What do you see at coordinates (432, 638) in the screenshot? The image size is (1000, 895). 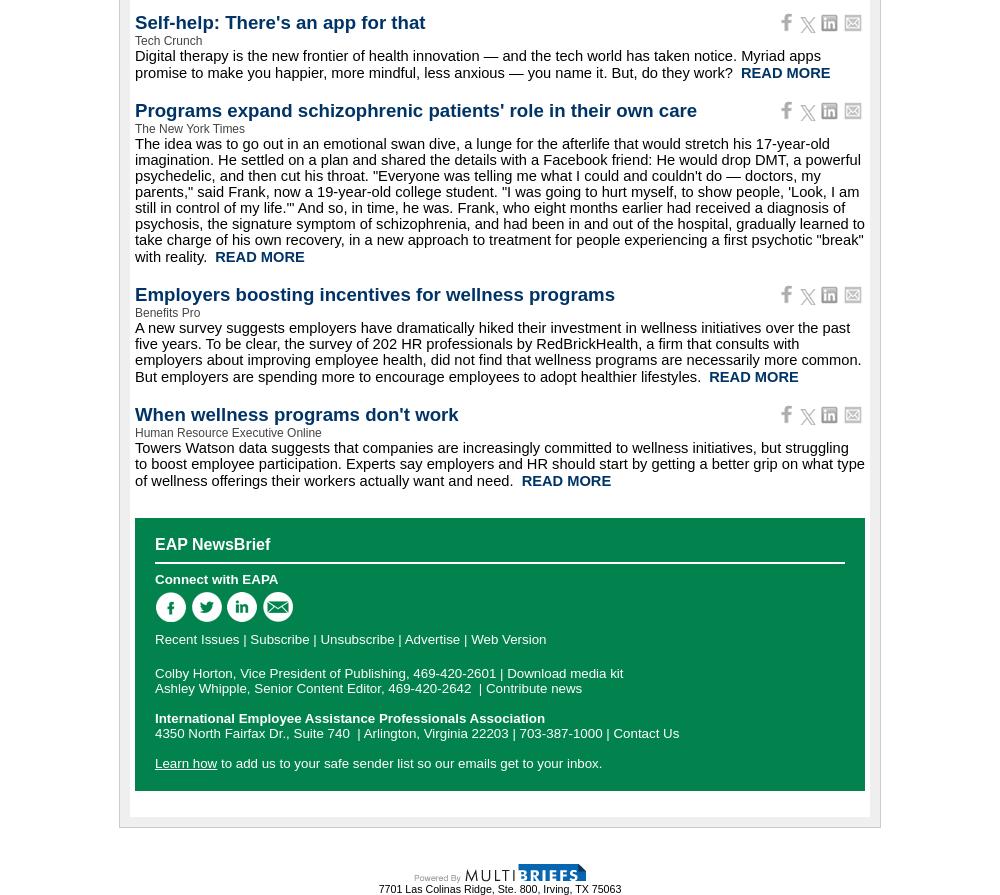 I see `'Advertise'` at bounding box center [432, 638].